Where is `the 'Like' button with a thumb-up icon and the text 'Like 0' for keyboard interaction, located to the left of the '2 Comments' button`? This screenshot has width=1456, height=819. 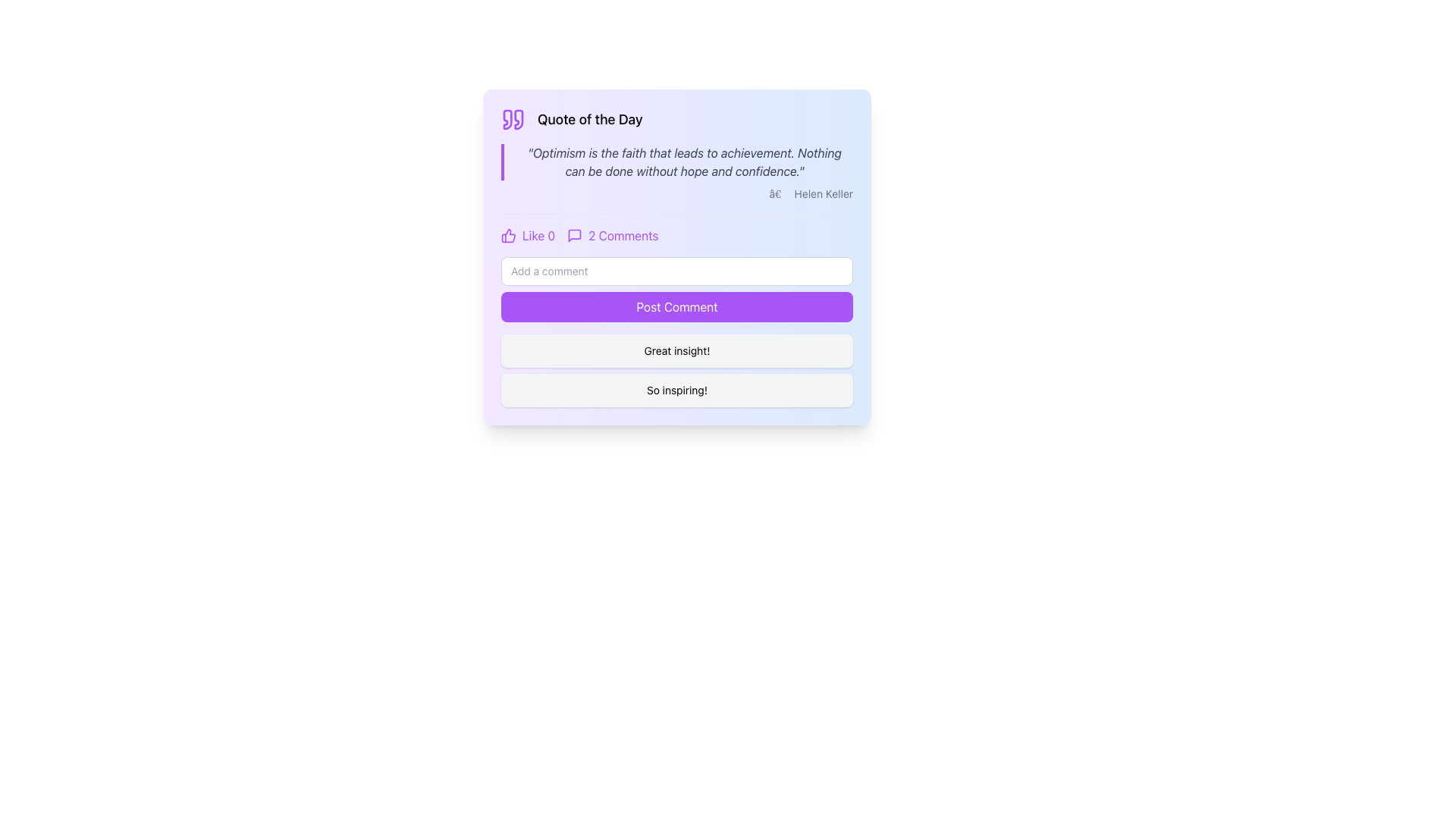 the 'Like' button with a thumb-up icon and the text 'Like 0' for keyboard interaction, located to the left of the '2 Comments' button is located at coordinates (528, 236).